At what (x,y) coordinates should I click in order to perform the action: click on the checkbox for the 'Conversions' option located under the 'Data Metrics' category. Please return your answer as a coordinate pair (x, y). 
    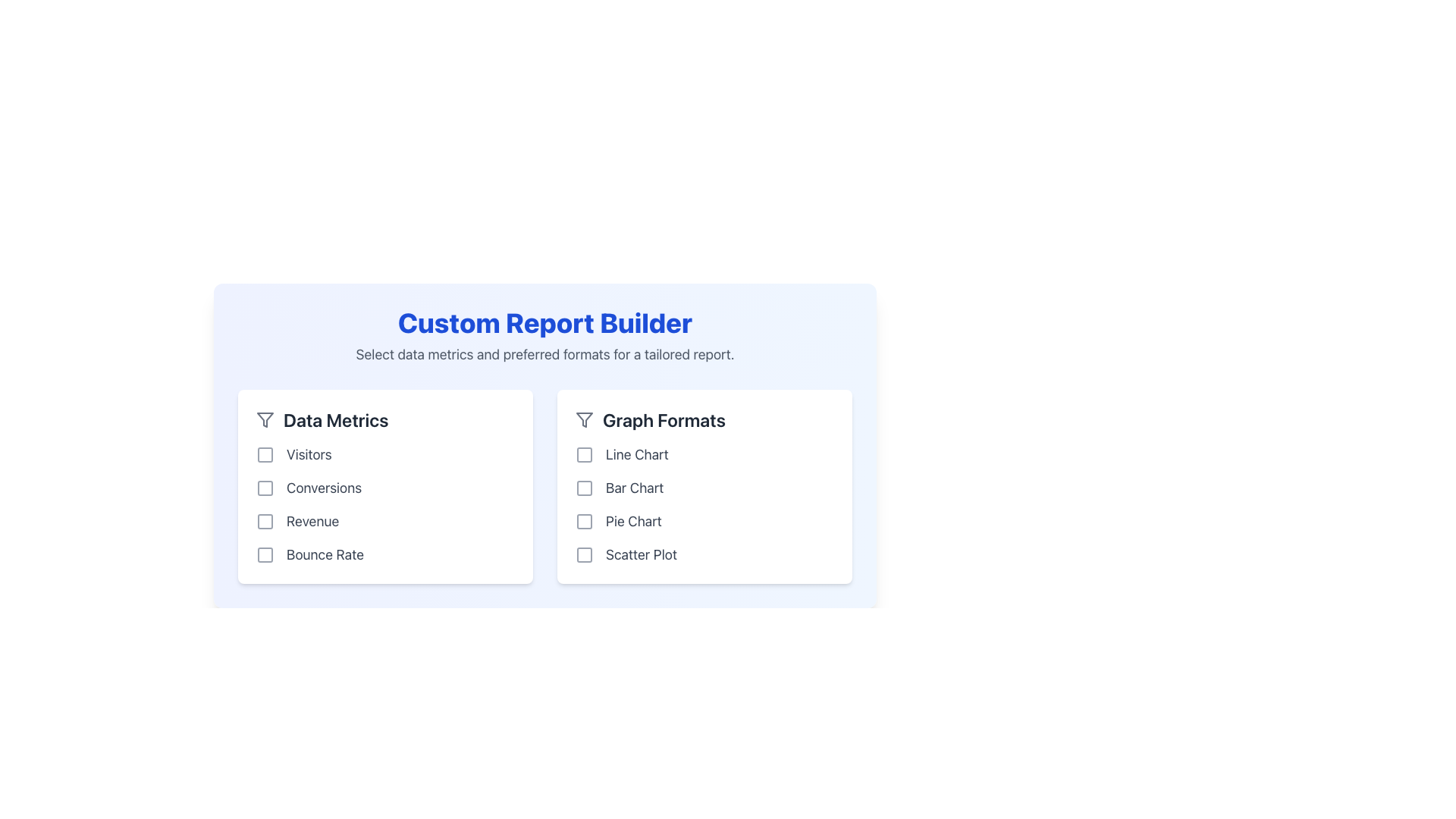
    Looking at the image, I should click on (265, 488).